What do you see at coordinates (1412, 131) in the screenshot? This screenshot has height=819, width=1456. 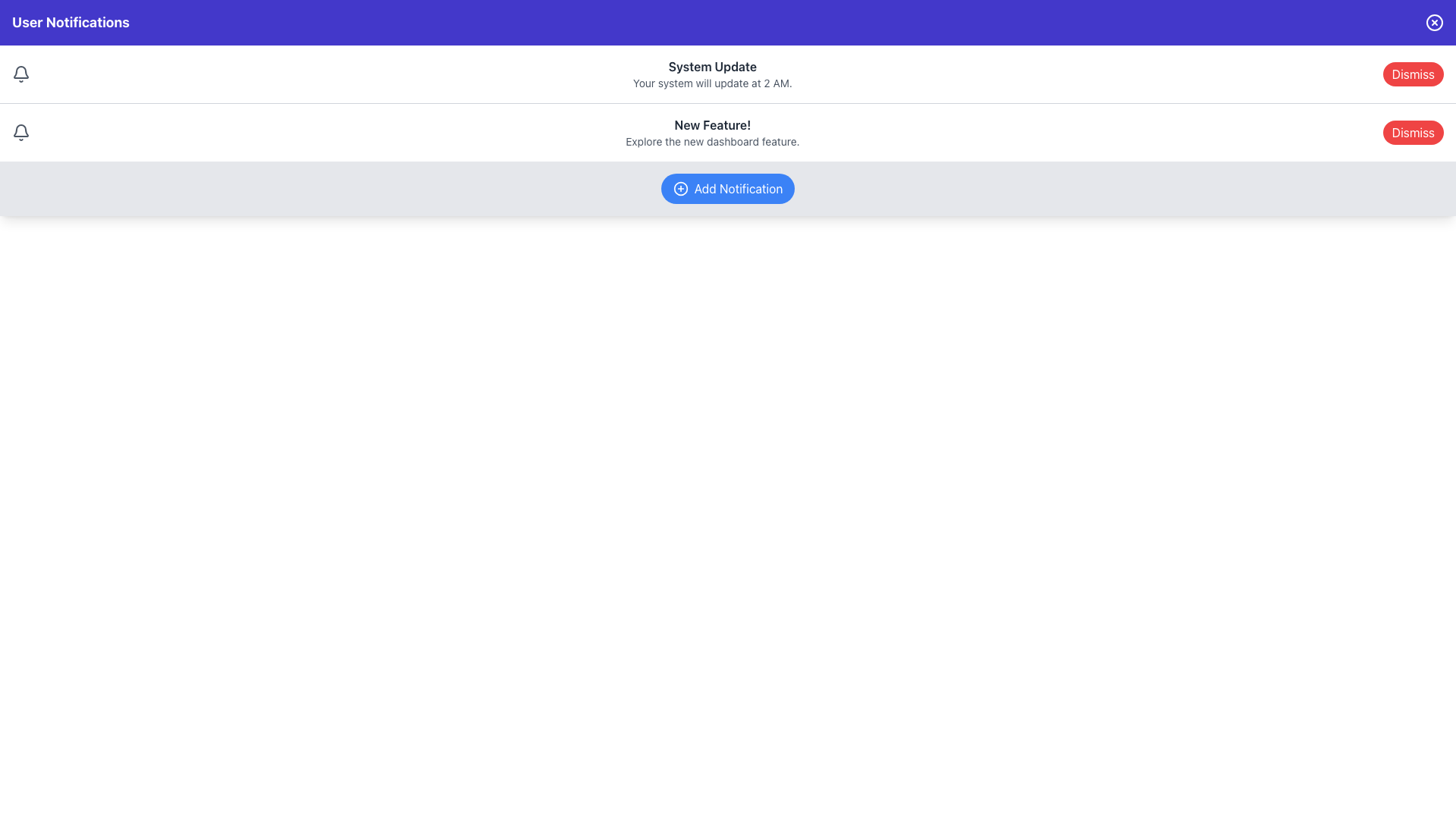 I see `the dismiss button located on the right-hand side of the notification content that says 'New Feature! Explore the new dashboard feature.'` at bounding box center [1412, 131].